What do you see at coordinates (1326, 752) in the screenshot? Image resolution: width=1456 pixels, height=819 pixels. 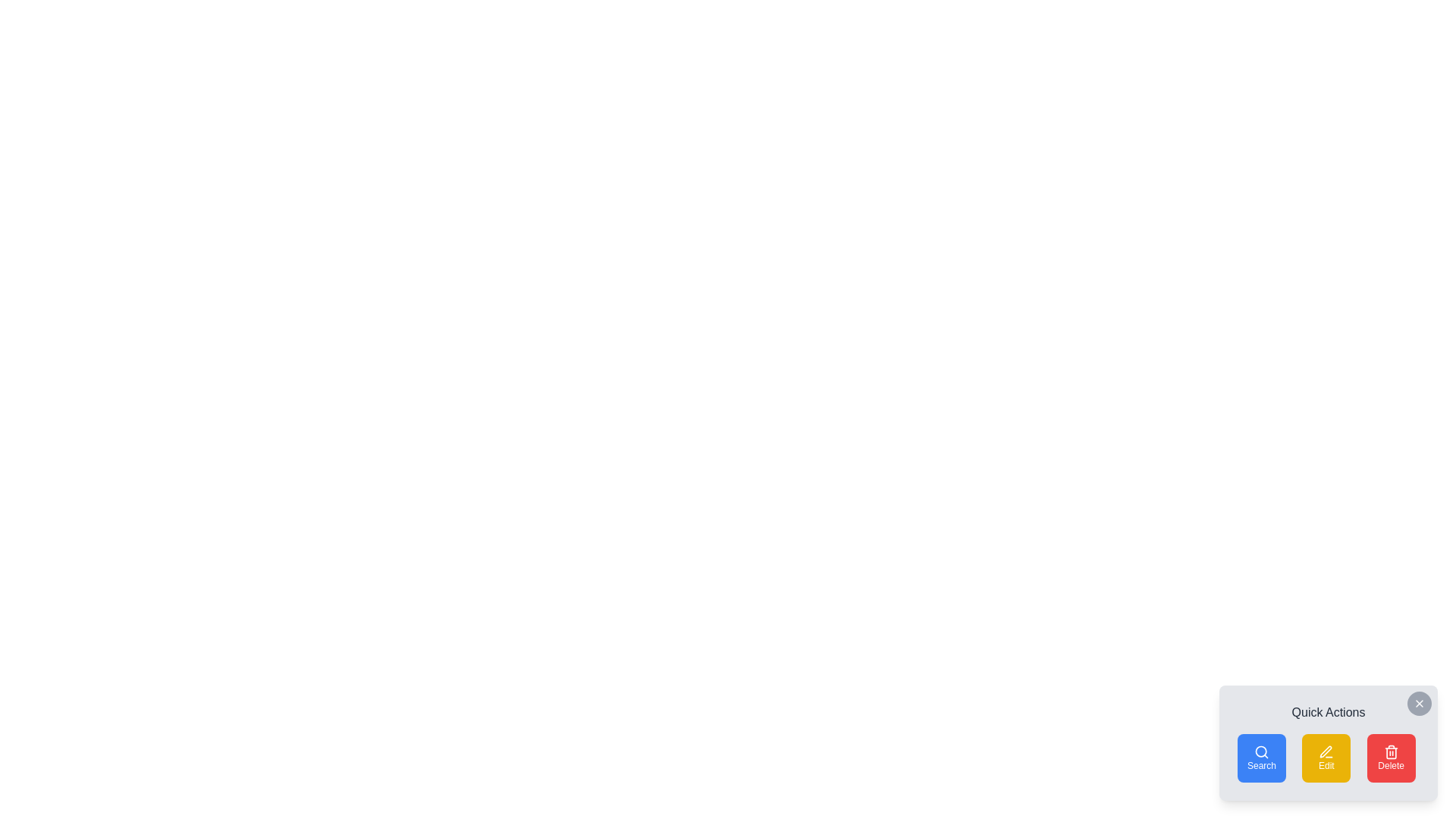 I see `the pen-shaped icon with a white outline and yellow background, located in the center of the yellow 'Edit' button in the 'Quick Actions' section` at bounding box center [1326, 752].